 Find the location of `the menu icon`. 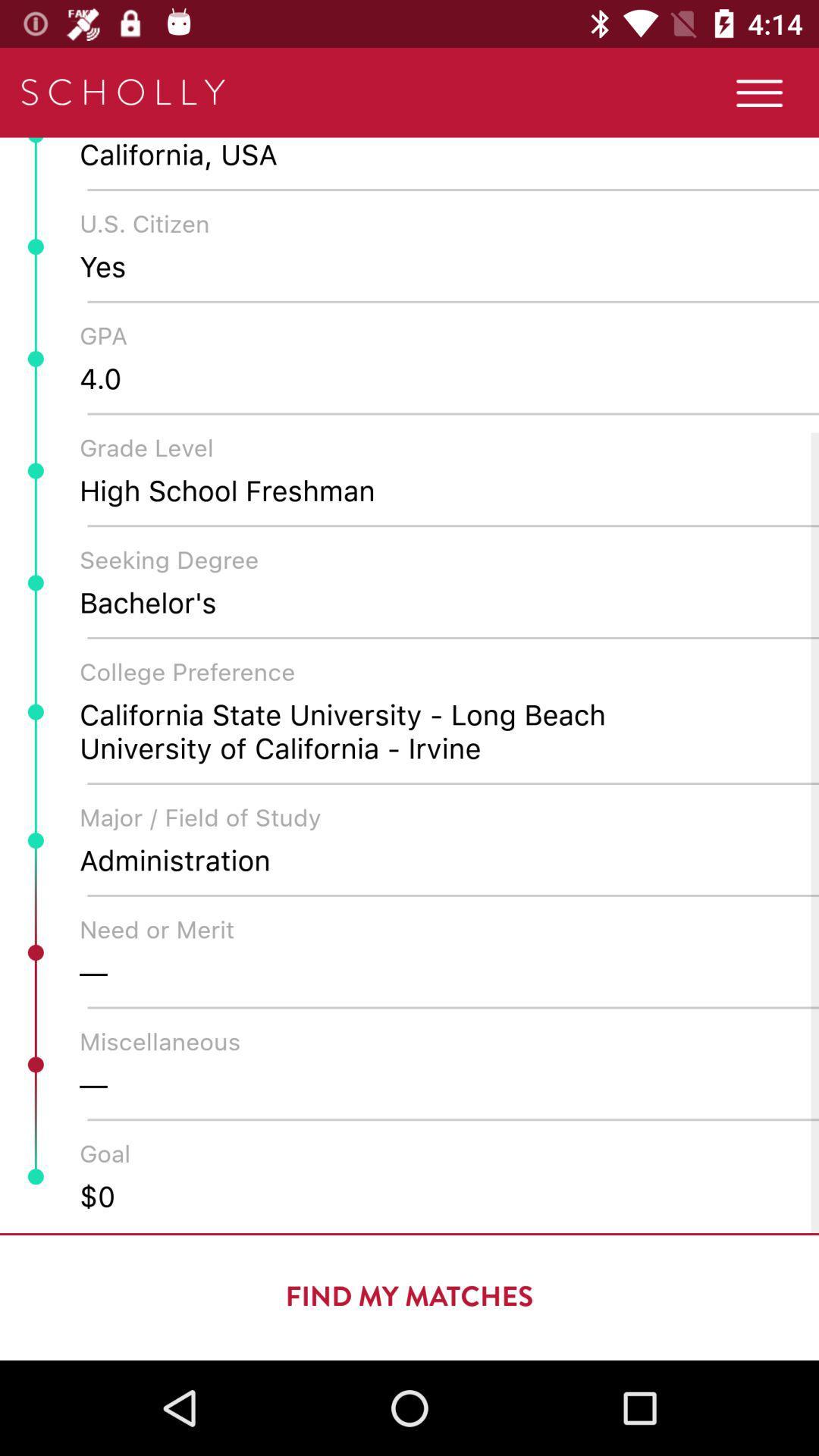

the menu icon is located at coordinates (759, 92).